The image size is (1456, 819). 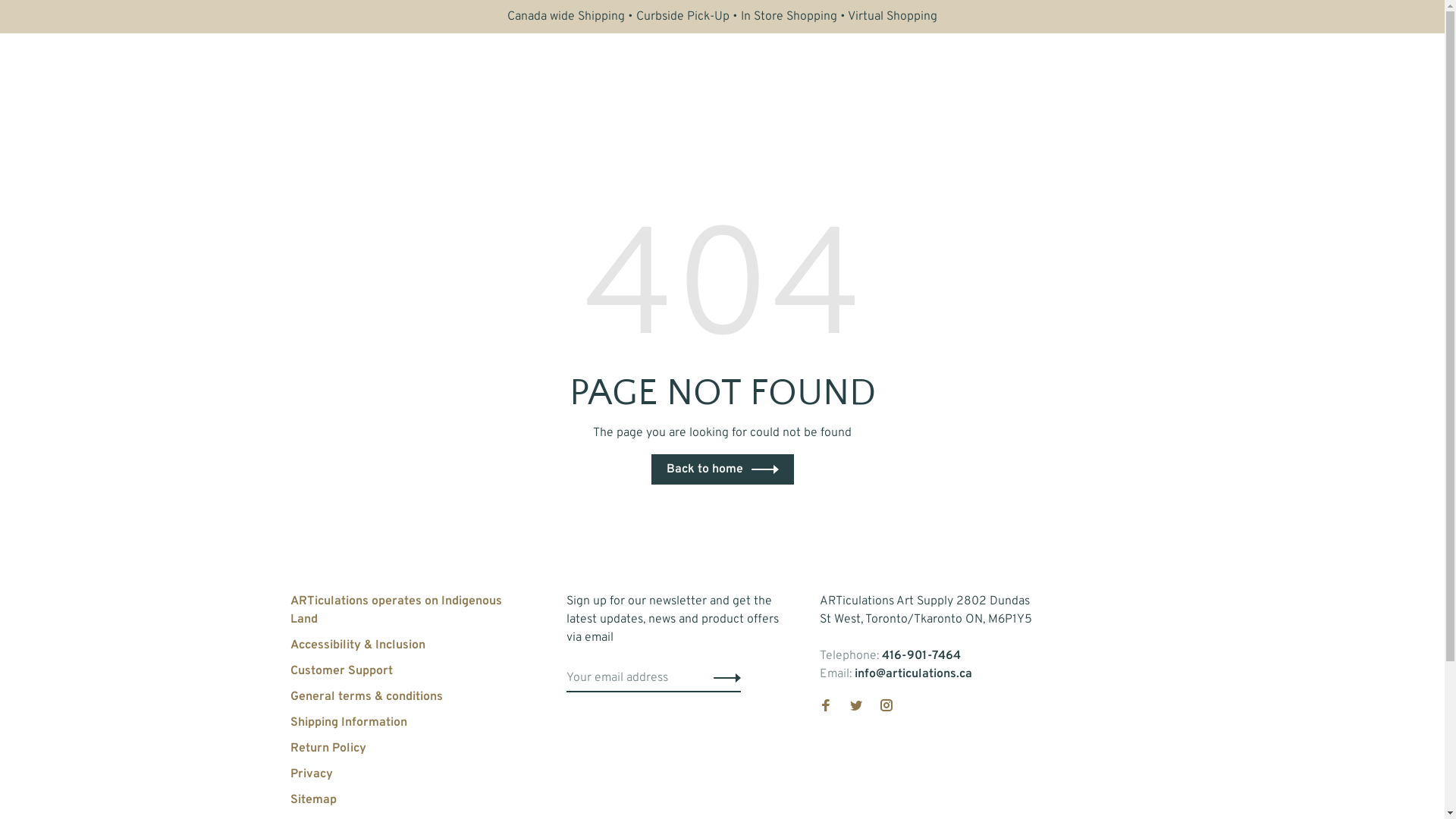 I want to click on 'Back to home', so click(x=651, y=468).